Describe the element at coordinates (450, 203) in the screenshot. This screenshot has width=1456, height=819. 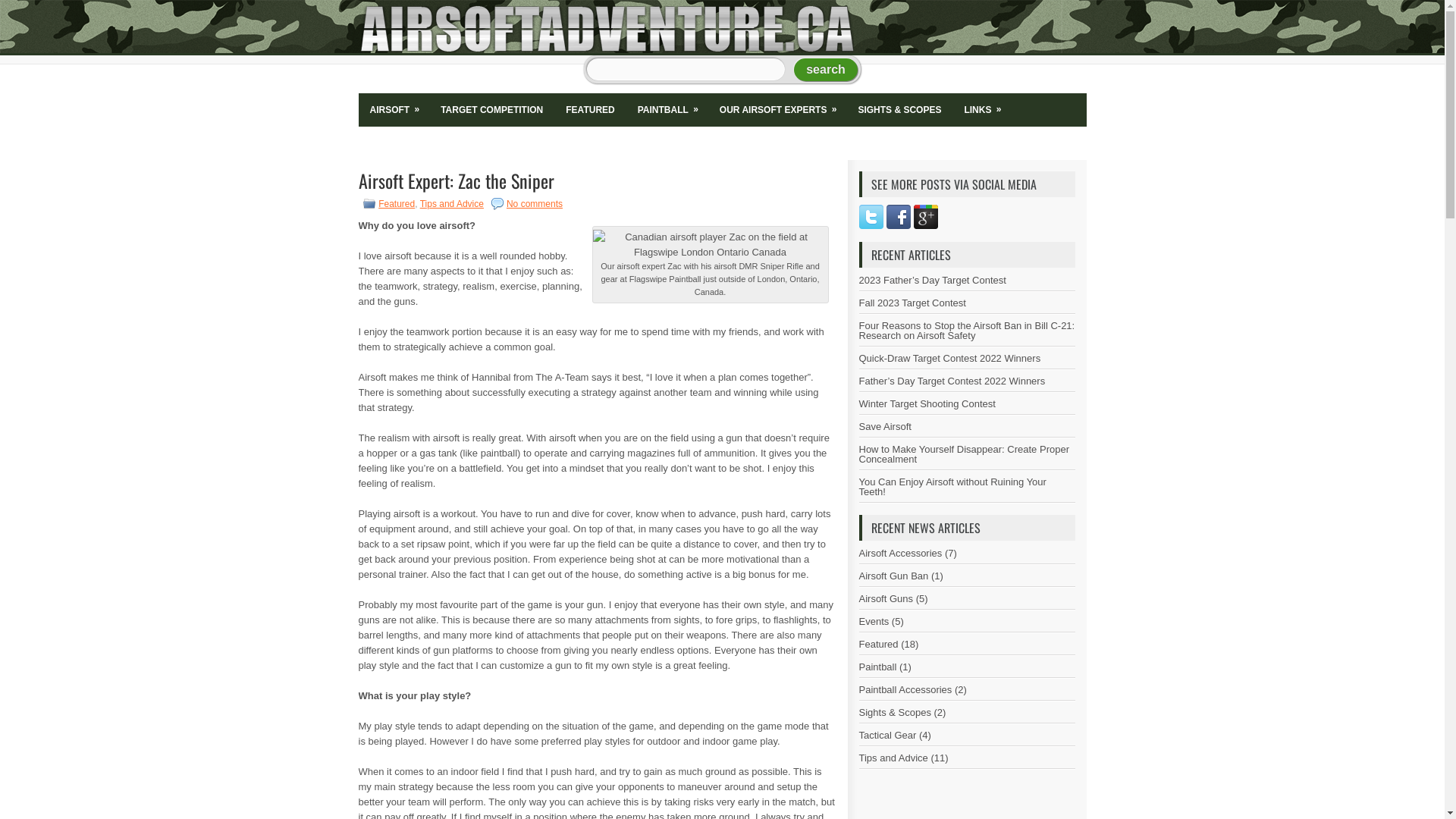
I see `'Tips and Advice'` at that location.